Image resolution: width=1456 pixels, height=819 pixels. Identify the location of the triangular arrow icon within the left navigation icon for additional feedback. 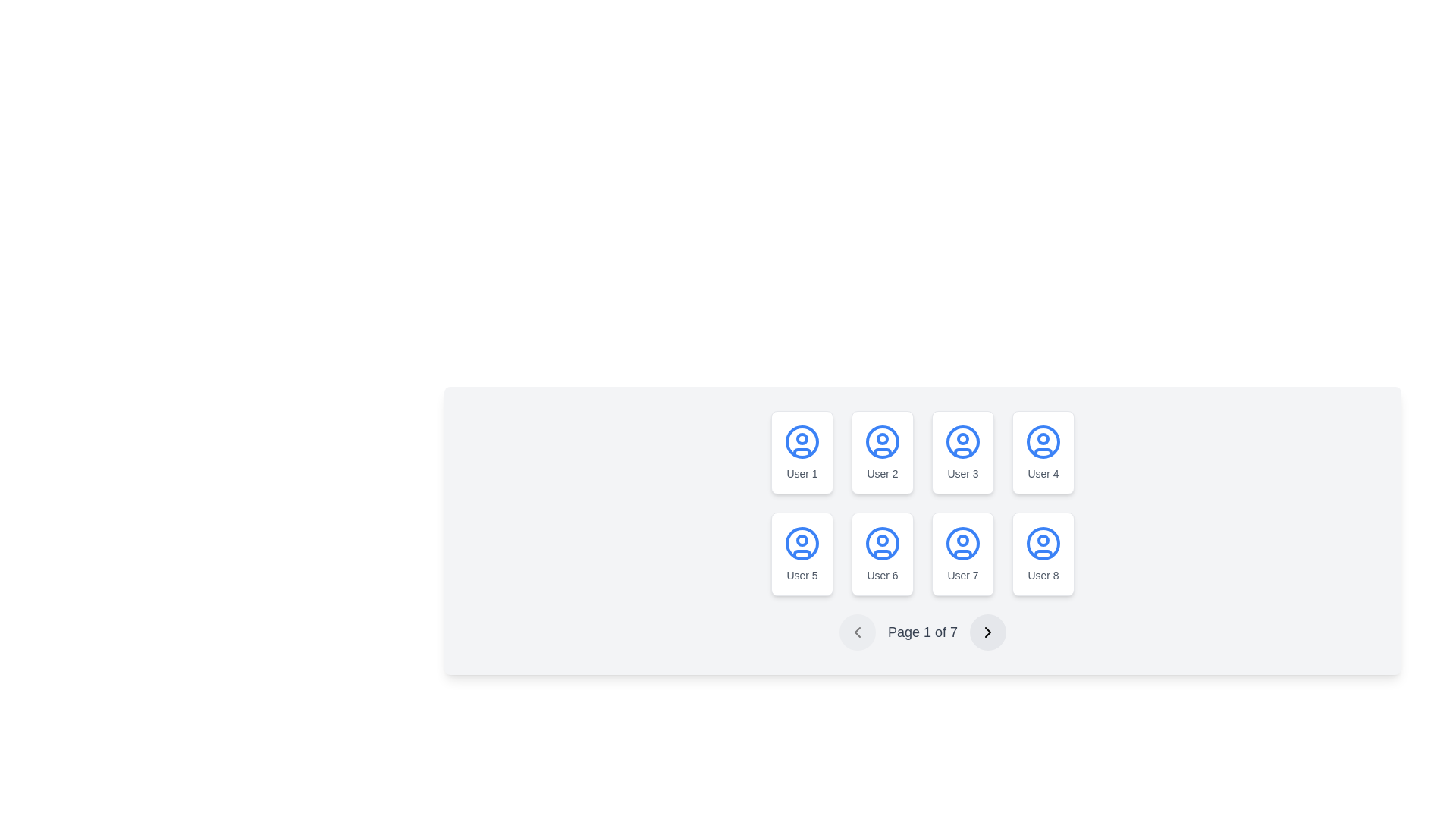
(857, 632).